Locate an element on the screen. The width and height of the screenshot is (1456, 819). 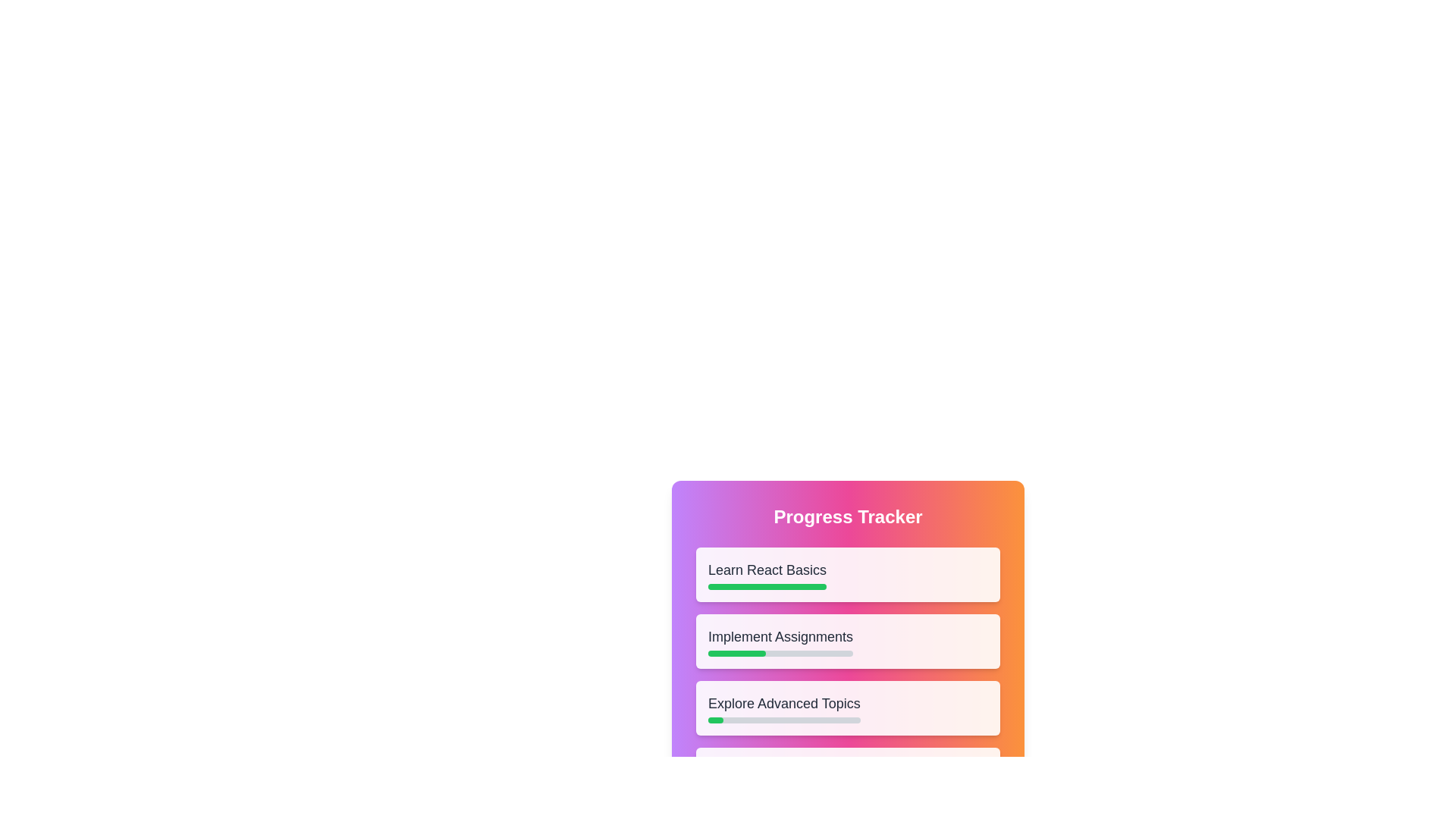
the task titled 'Learn React Basics' is located at coordinates (767, 575).